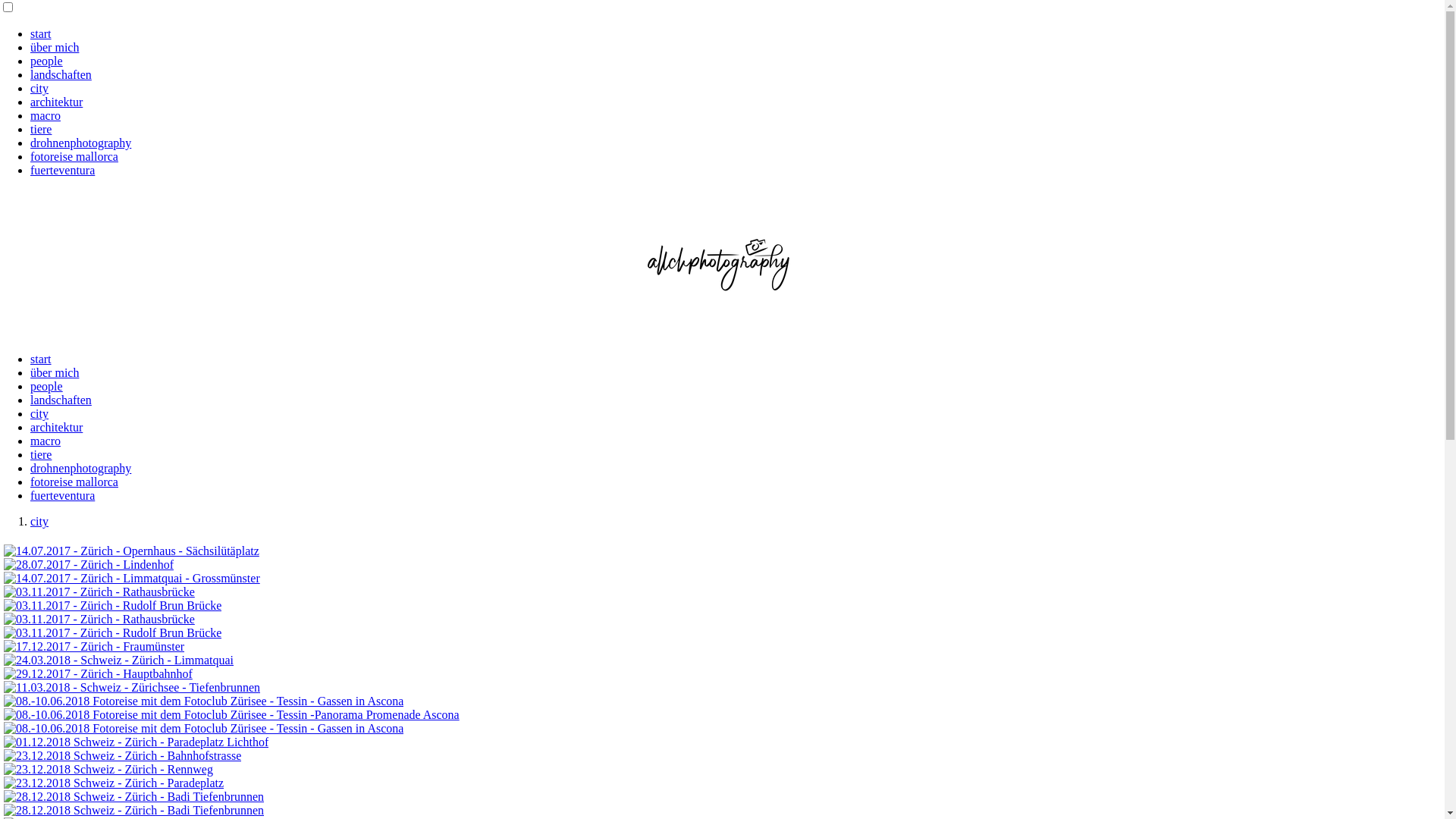 This screenshot has width=1456, height=819. I want to click on 'city', so click(39, 413).